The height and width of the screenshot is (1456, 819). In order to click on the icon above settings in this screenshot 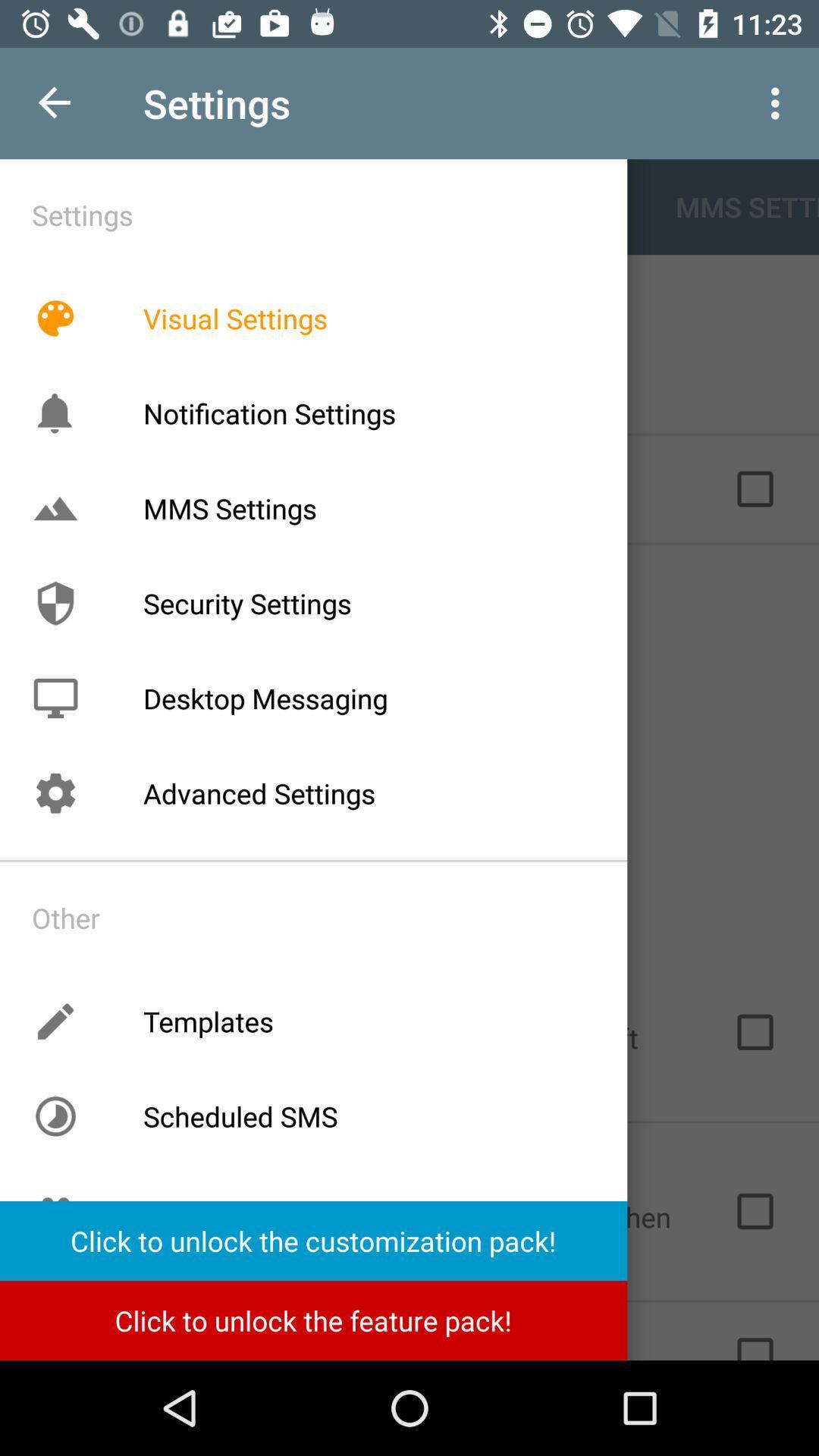, I will do `click(55, 698)`.